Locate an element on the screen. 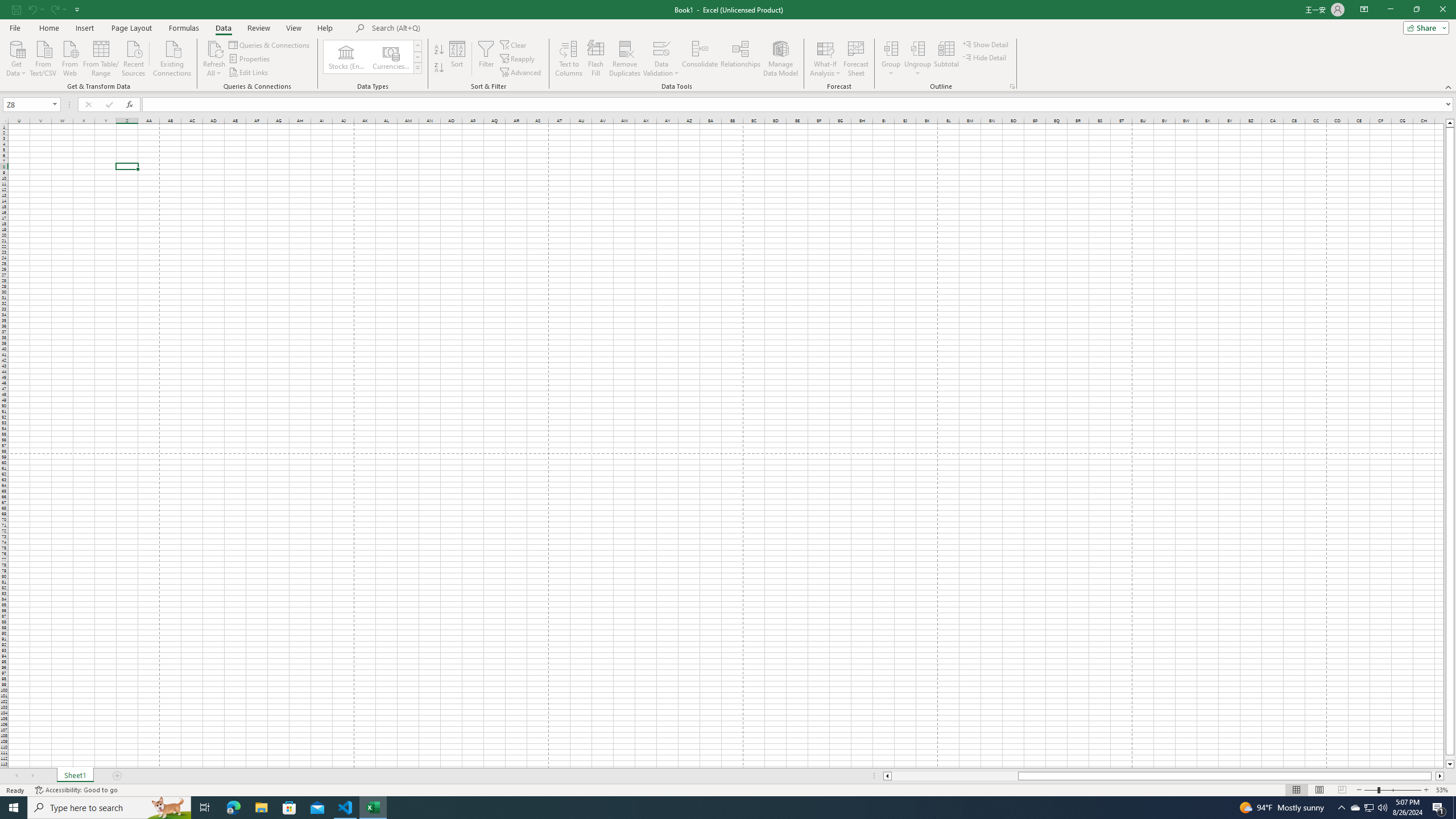  'What-If Analysis' is located at coordinates (825, 59).